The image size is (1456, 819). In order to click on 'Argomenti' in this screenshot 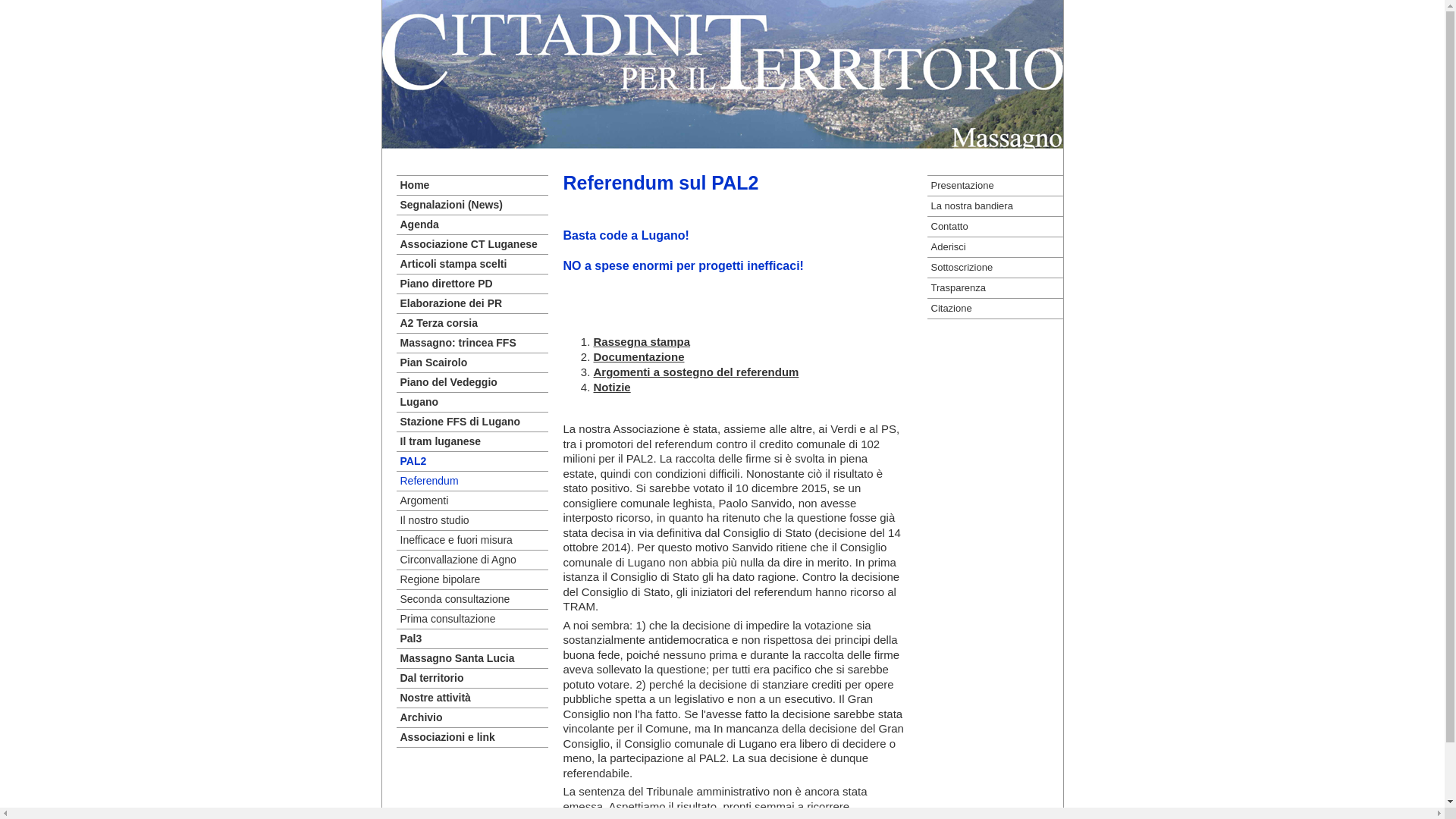, I will do `click(396, 500)`.